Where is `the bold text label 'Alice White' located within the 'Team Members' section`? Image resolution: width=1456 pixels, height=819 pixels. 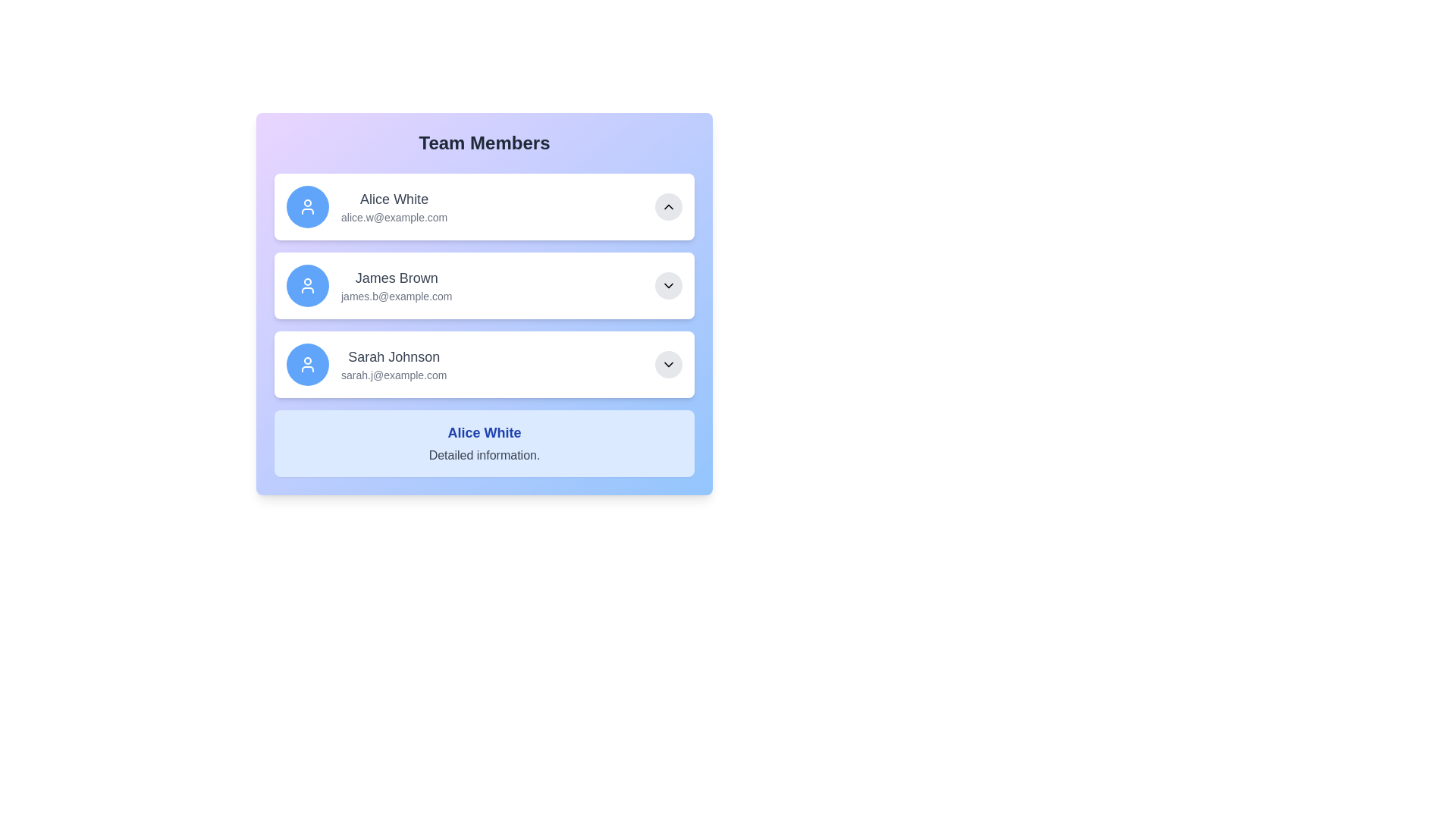 the bold text label 'Alice White' located within the 'Team Members' section is located at coordinates (483, 432).